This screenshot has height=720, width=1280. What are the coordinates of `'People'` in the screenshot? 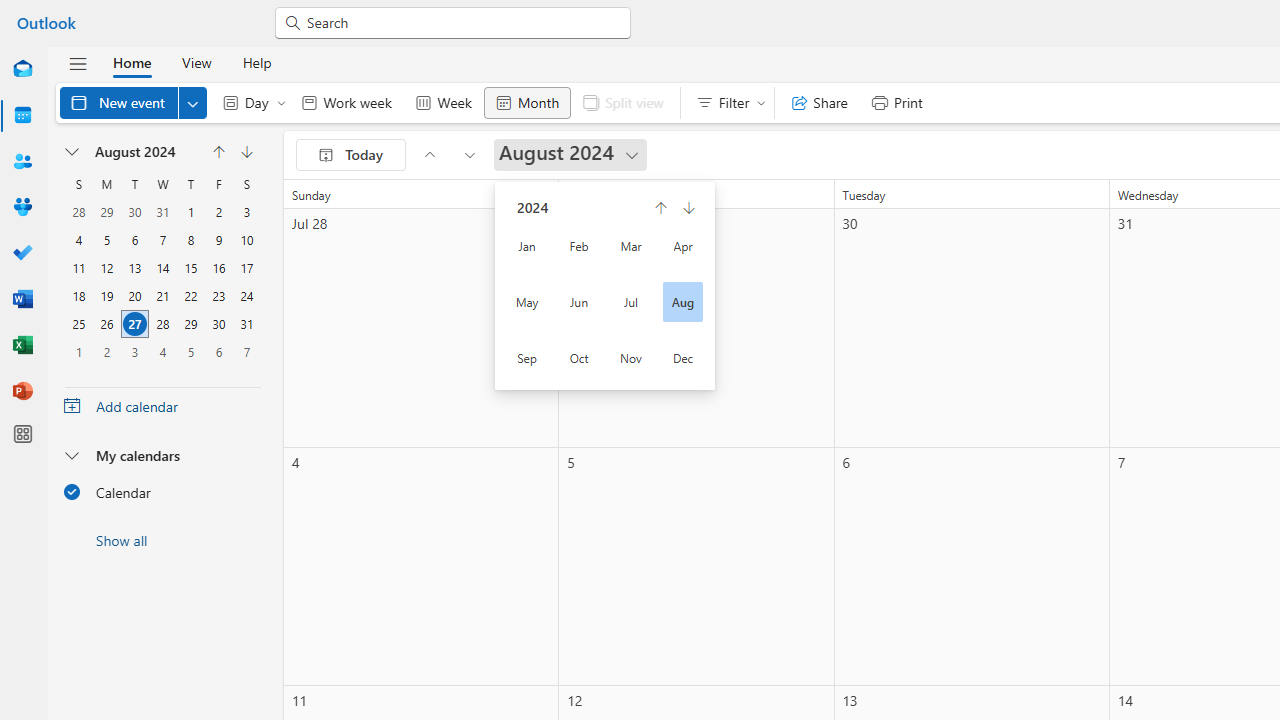 It's located at (23, 161).